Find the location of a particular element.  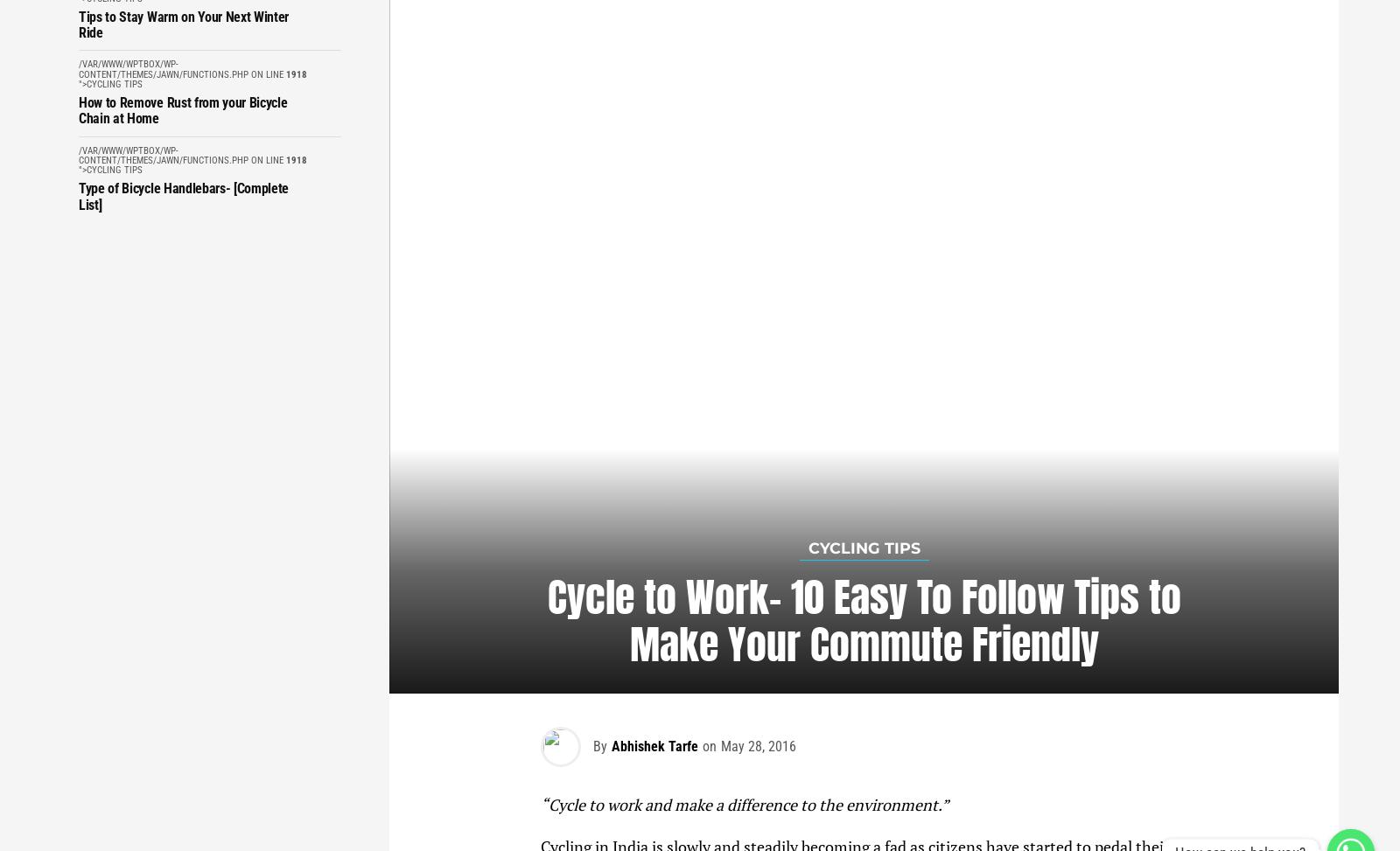

'on' is located at coordinates (707, 746).